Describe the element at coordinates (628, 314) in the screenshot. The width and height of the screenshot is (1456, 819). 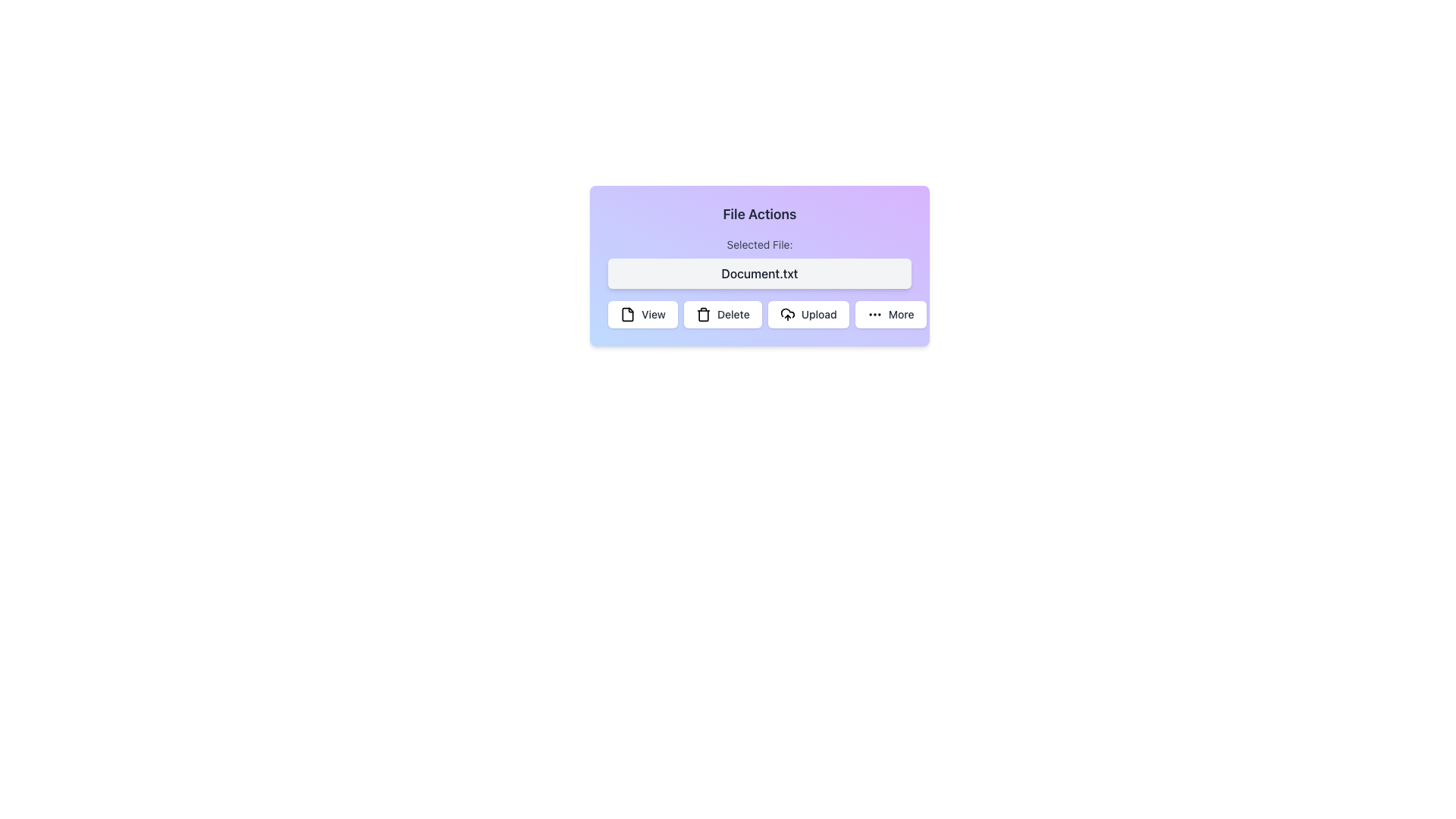
I see `the file icon, which is the first element in a horizontal group of buttons preceding the 'View' text` at that location.